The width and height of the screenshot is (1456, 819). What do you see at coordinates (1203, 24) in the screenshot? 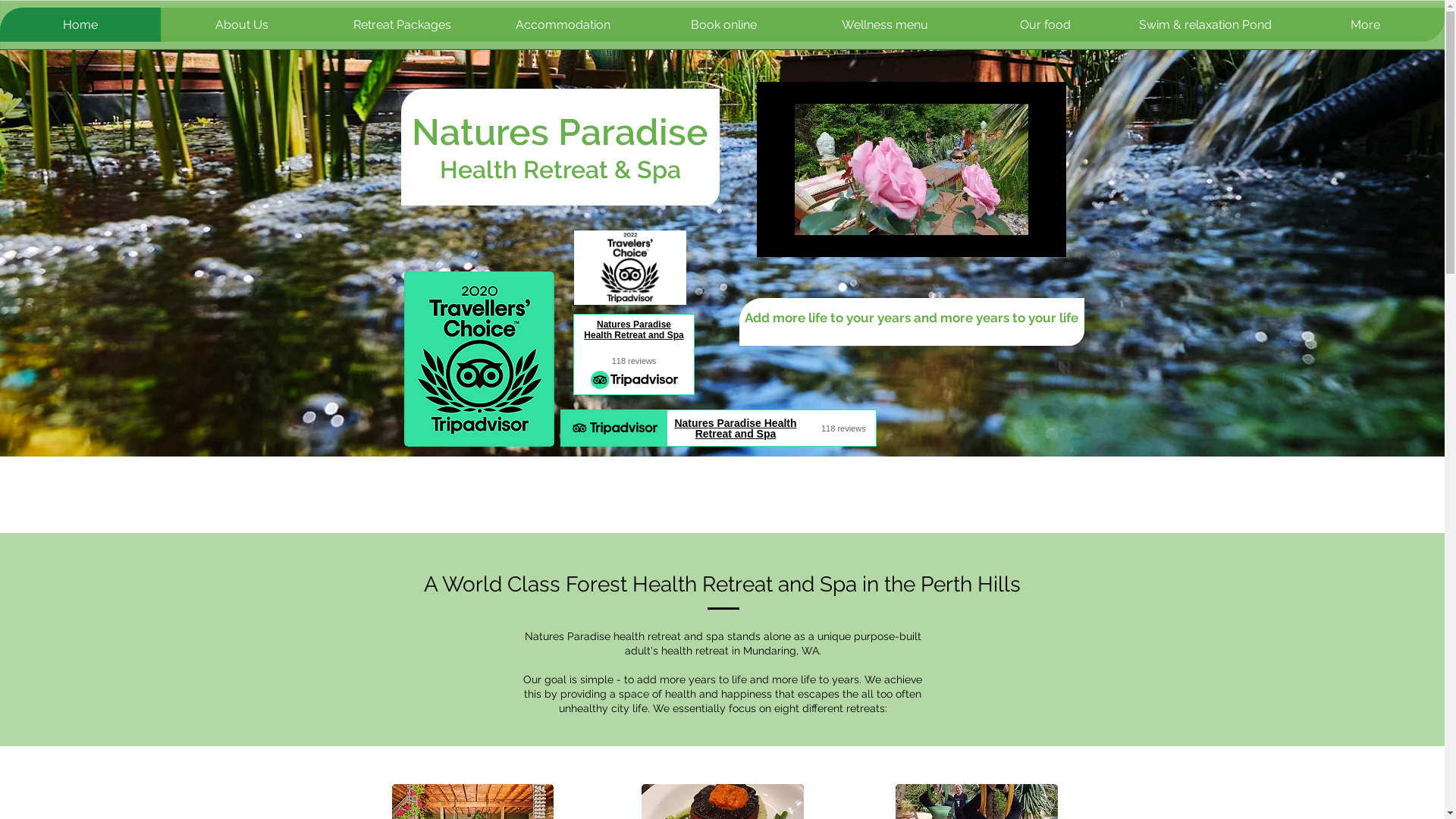
I see `'Swim & relaxation Pond'` at bounding box center [1203, 24].